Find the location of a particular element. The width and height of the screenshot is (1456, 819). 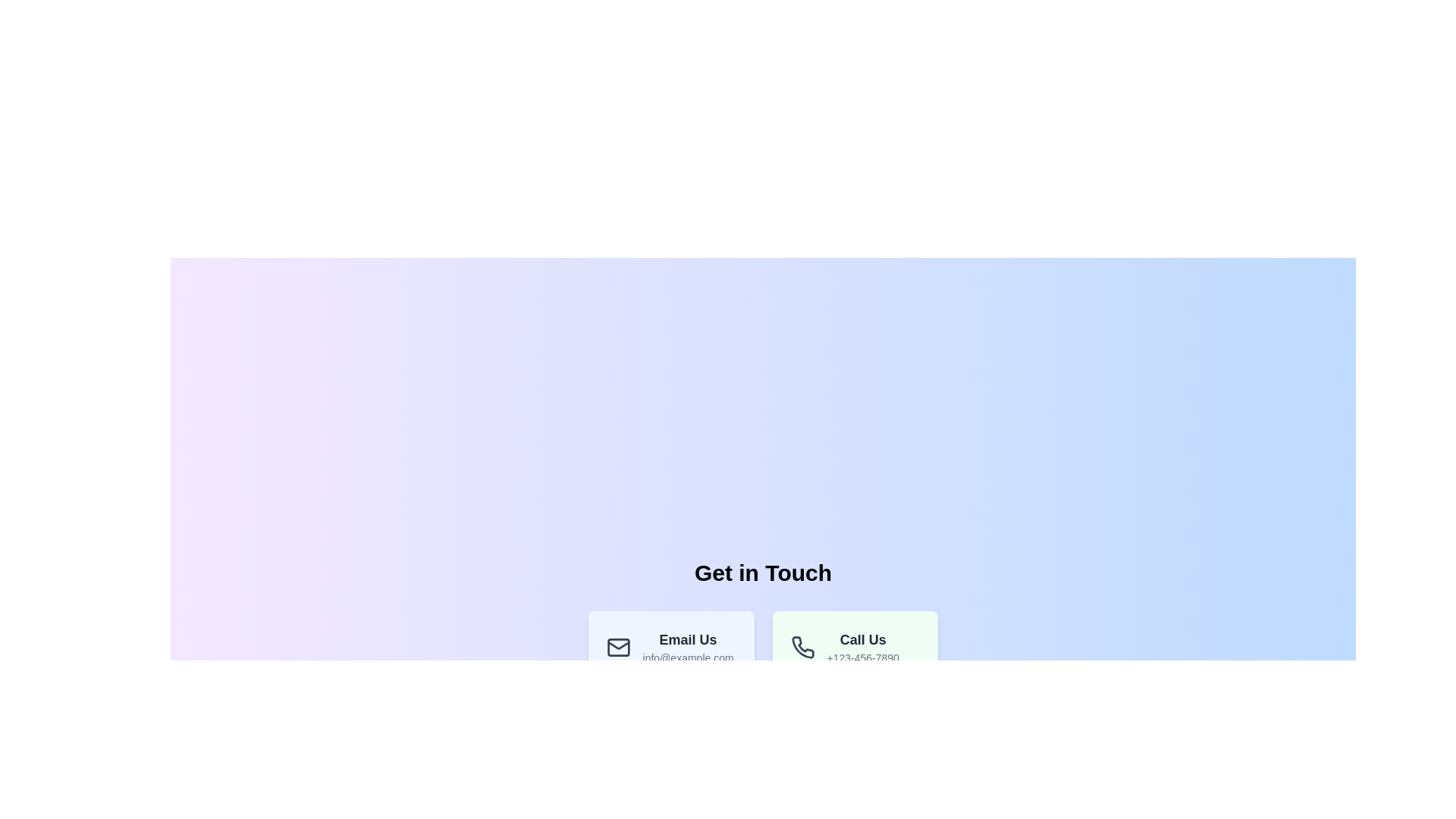

the decorative envelope body icon located under the 'Email Us' section, to the left of the 'Call Us' section is located at coordinates (618, 647).